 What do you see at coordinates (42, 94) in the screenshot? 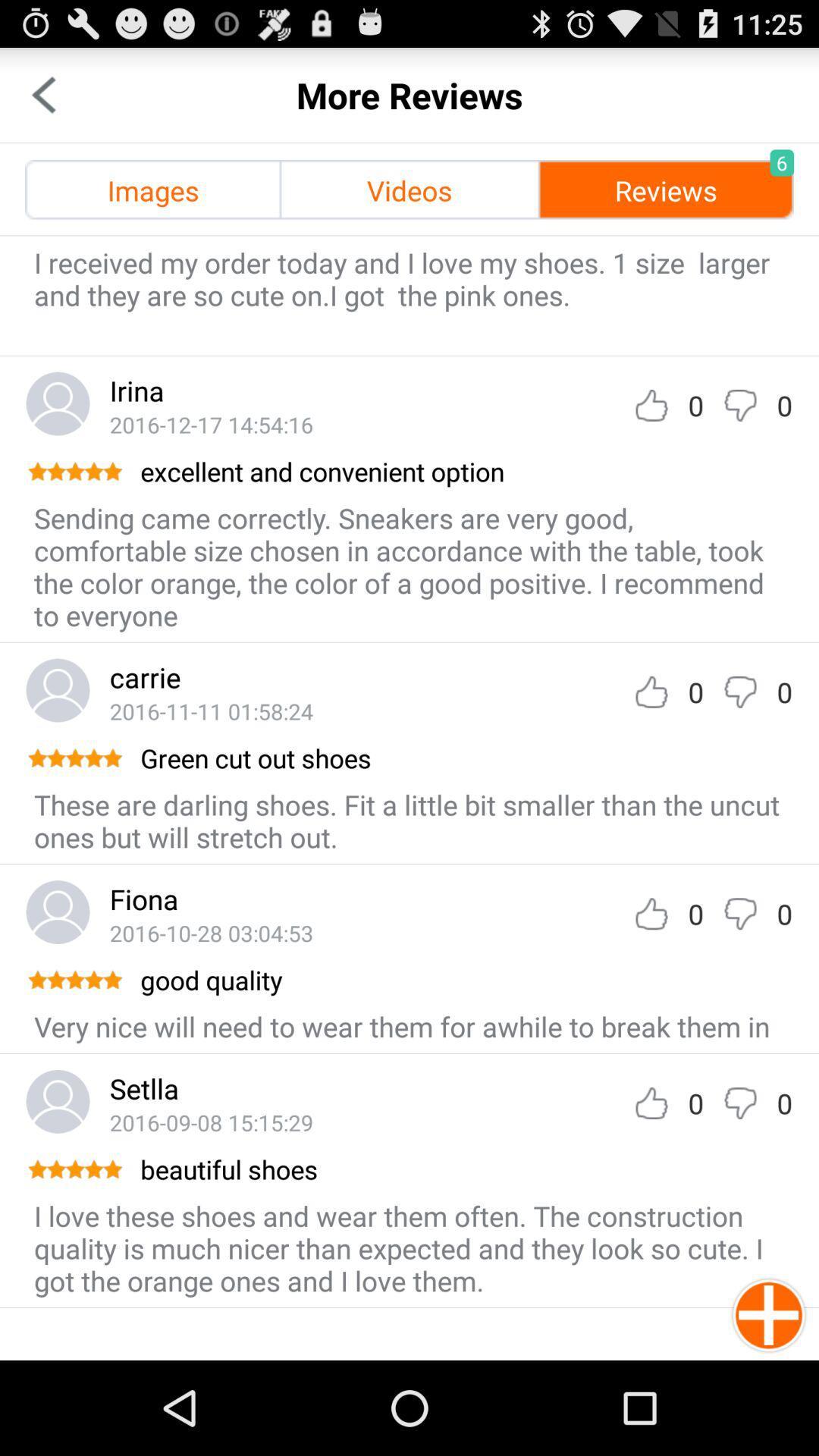
I see `go back` at bounding box center [42, 94].